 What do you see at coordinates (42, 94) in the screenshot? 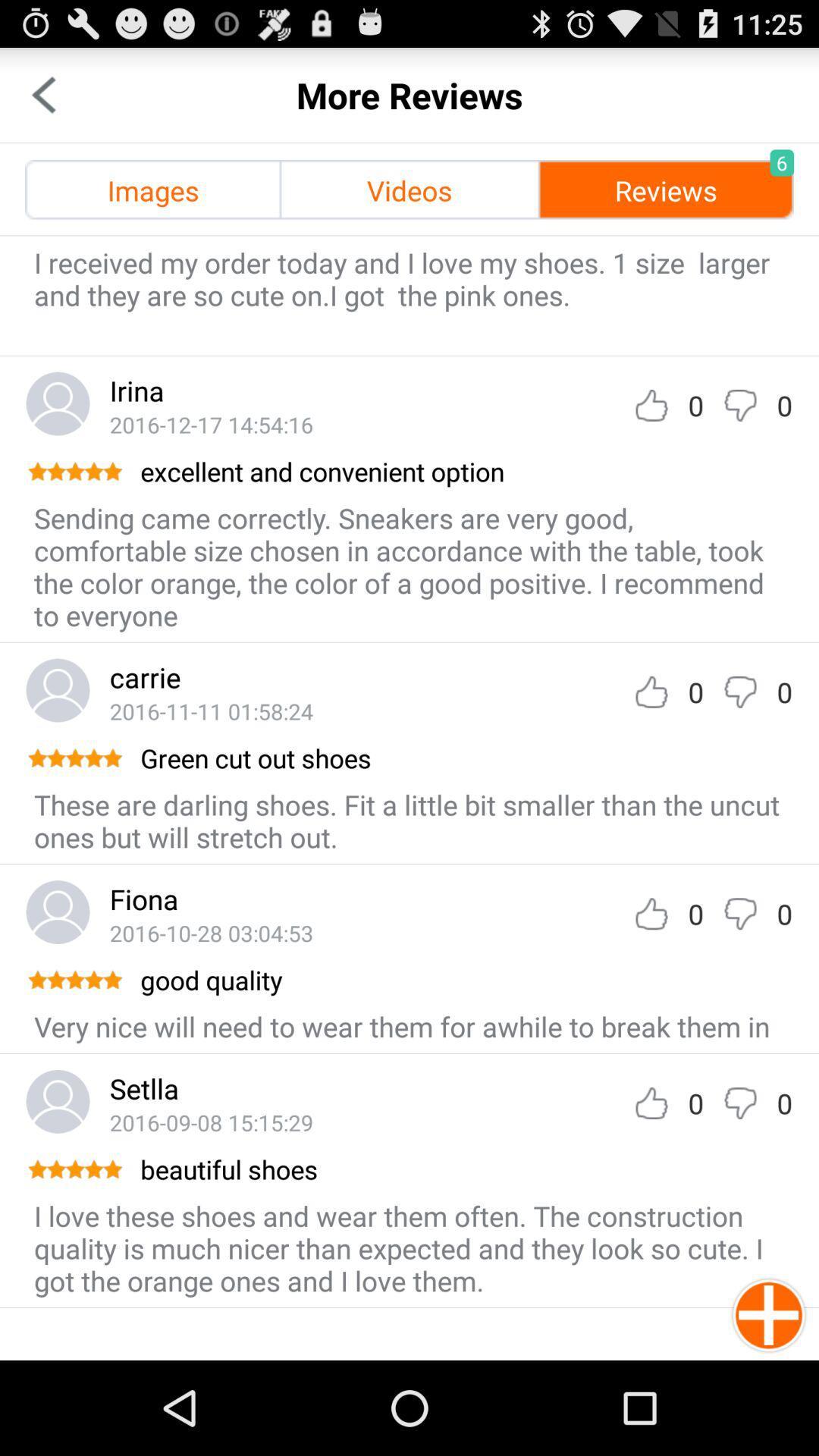
I see `go back` at bounding box center [42, 94].